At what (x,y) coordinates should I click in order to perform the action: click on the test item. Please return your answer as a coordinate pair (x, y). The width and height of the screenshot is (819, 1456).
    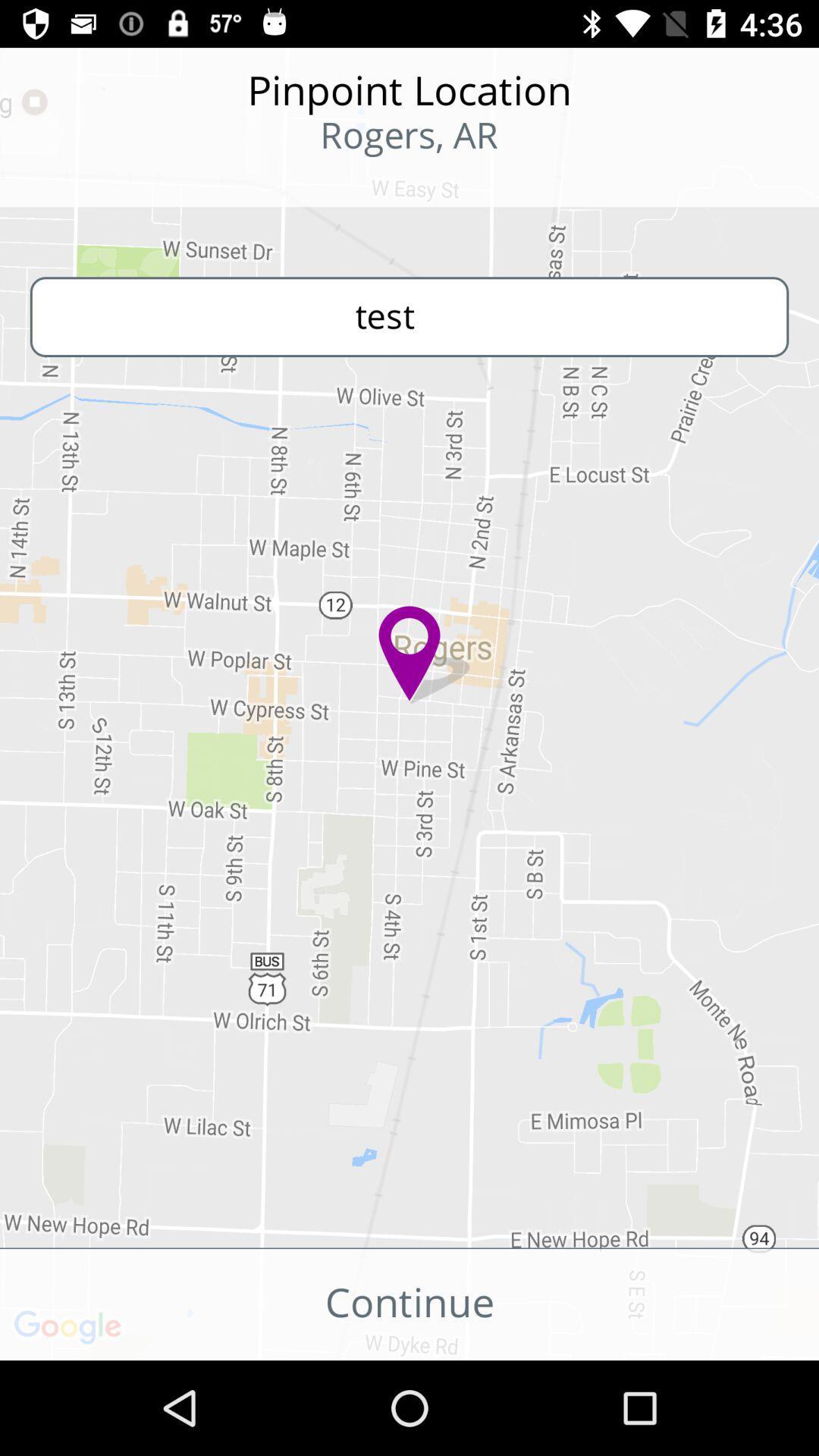
    Looking at the image, I should click on (409, 316).